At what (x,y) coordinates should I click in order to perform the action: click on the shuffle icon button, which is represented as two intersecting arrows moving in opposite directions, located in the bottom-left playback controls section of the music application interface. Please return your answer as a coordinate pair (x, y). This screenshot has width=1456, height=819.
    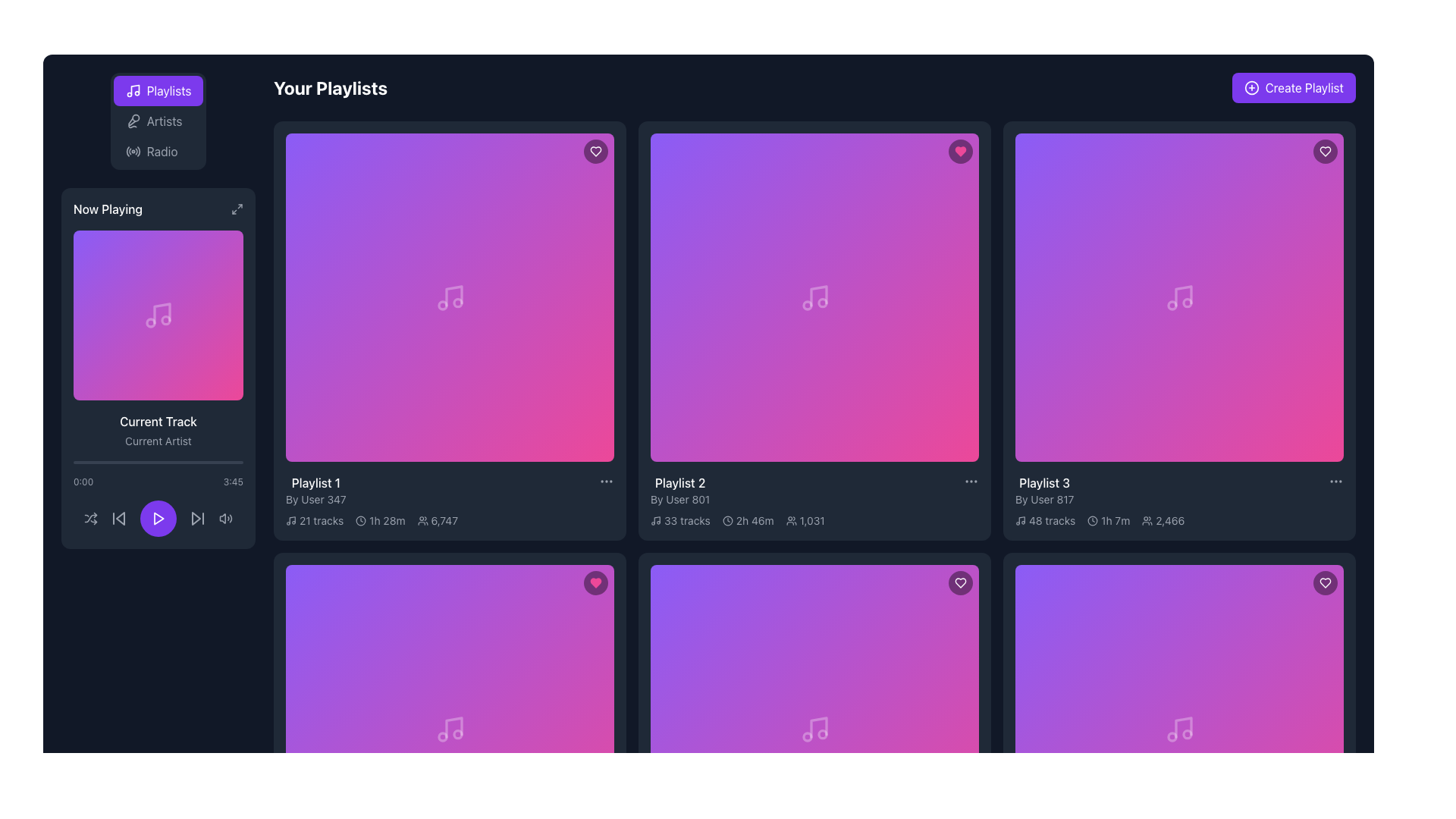
    Looking at the image, I should click on (90, 517).